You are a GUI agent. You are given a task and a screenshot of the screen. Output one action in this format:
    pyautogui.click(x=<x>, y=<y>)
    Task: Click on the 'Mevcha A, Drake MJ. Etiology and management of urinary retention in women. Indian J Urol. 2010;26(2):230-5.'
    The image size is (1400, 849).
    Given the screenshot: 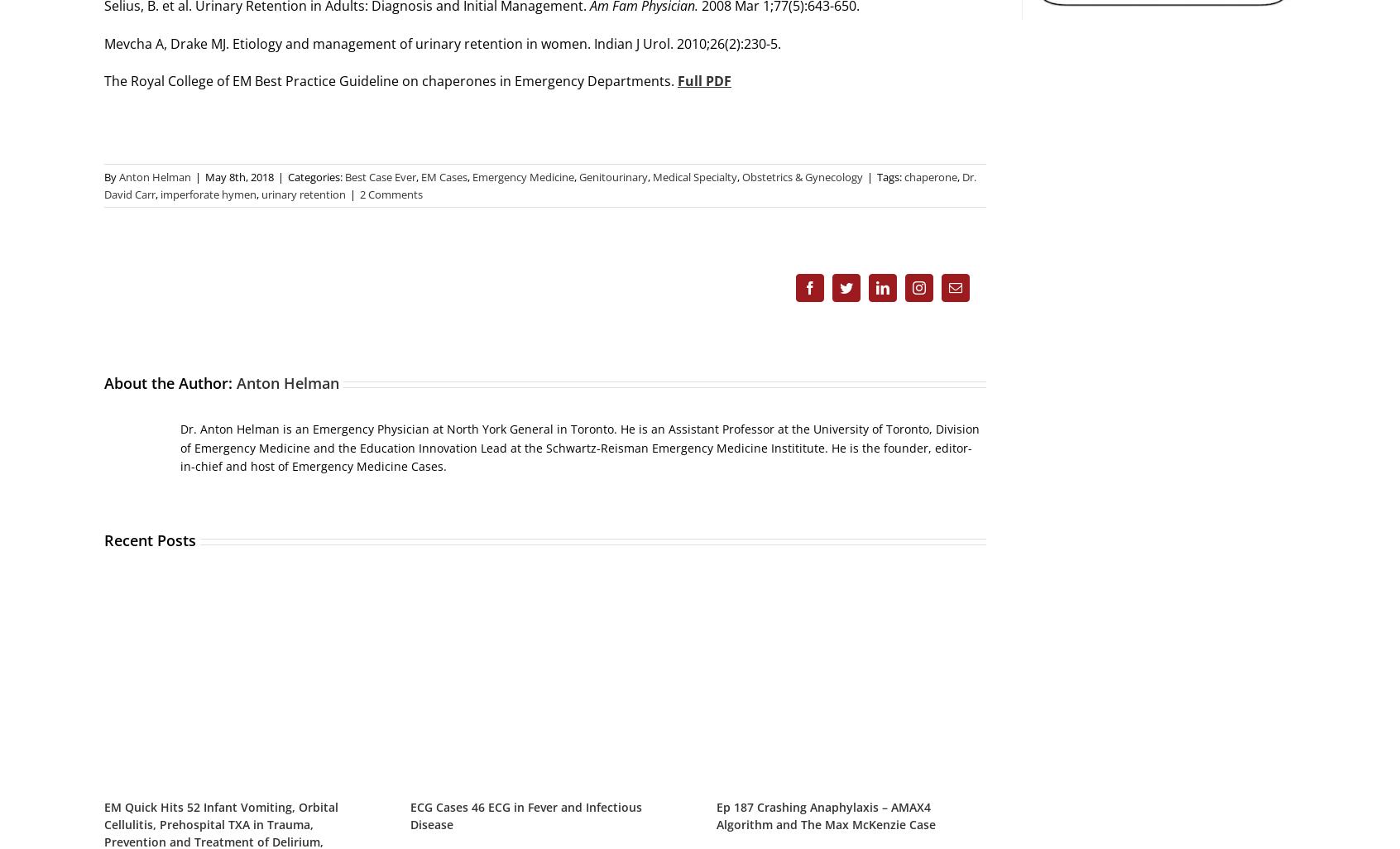 What is the action you would take?
    pyautogui.click(x=443, y=43)
    